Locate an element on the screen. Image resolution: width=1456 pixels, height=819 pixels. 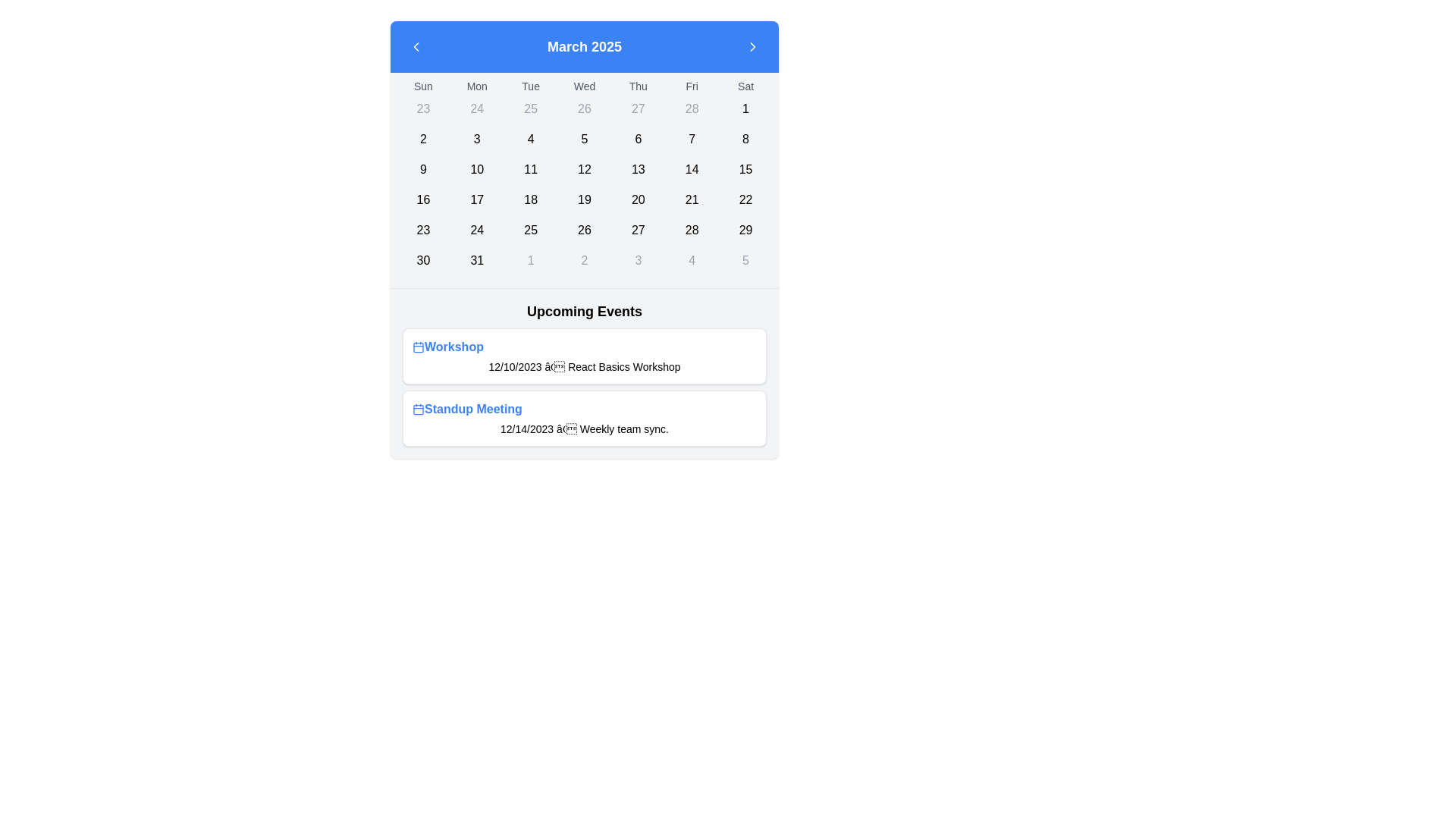
the active calendar day cell displaying the number '16' in the fourth row under the 'Sun' column is located at coordinates (423, 199).